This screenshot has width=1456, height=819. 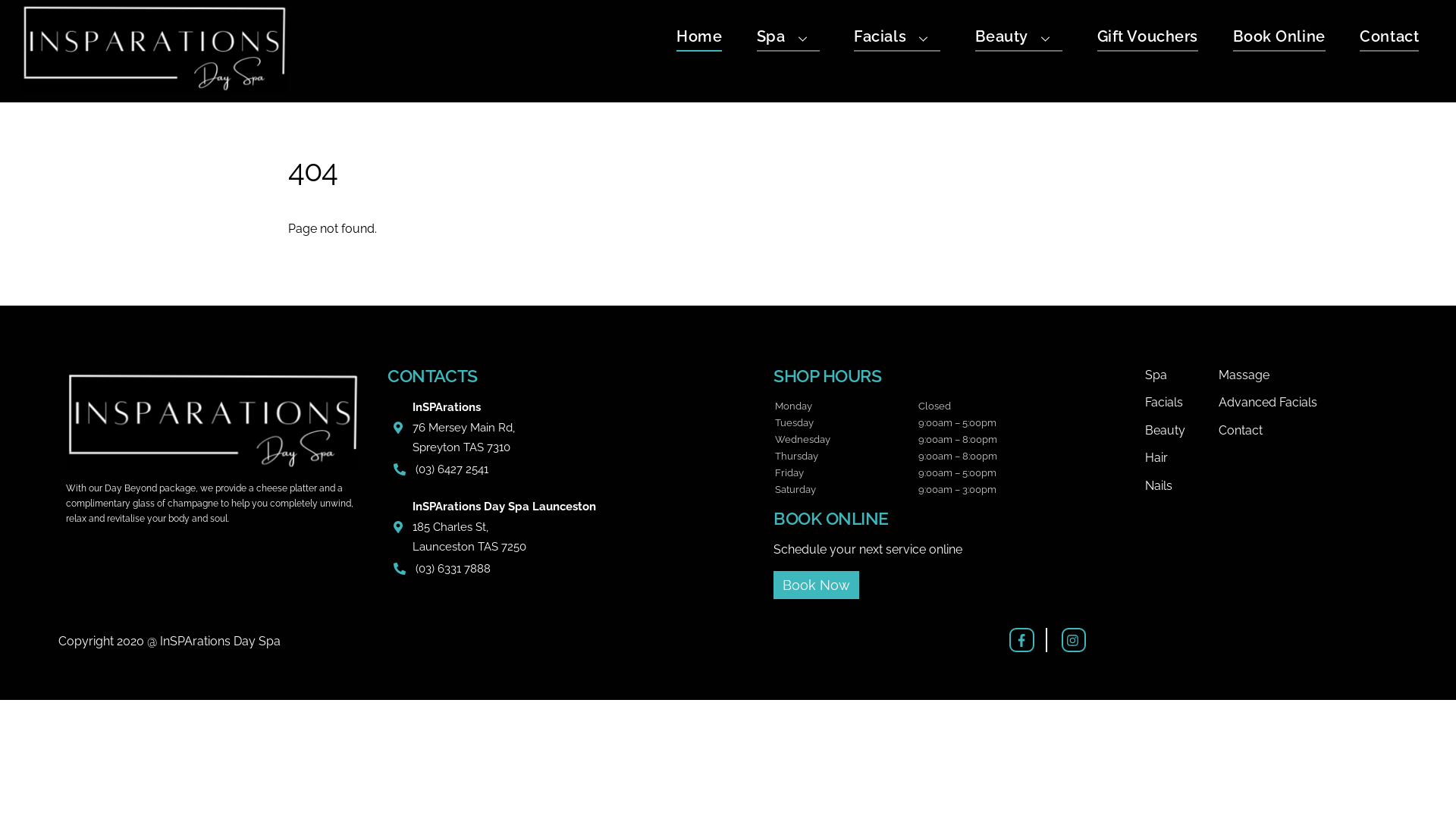 What do you see at coordinates (1233, 38) in the screenshot?
I see `'Book Online'` at bounding box center [1233, 38].